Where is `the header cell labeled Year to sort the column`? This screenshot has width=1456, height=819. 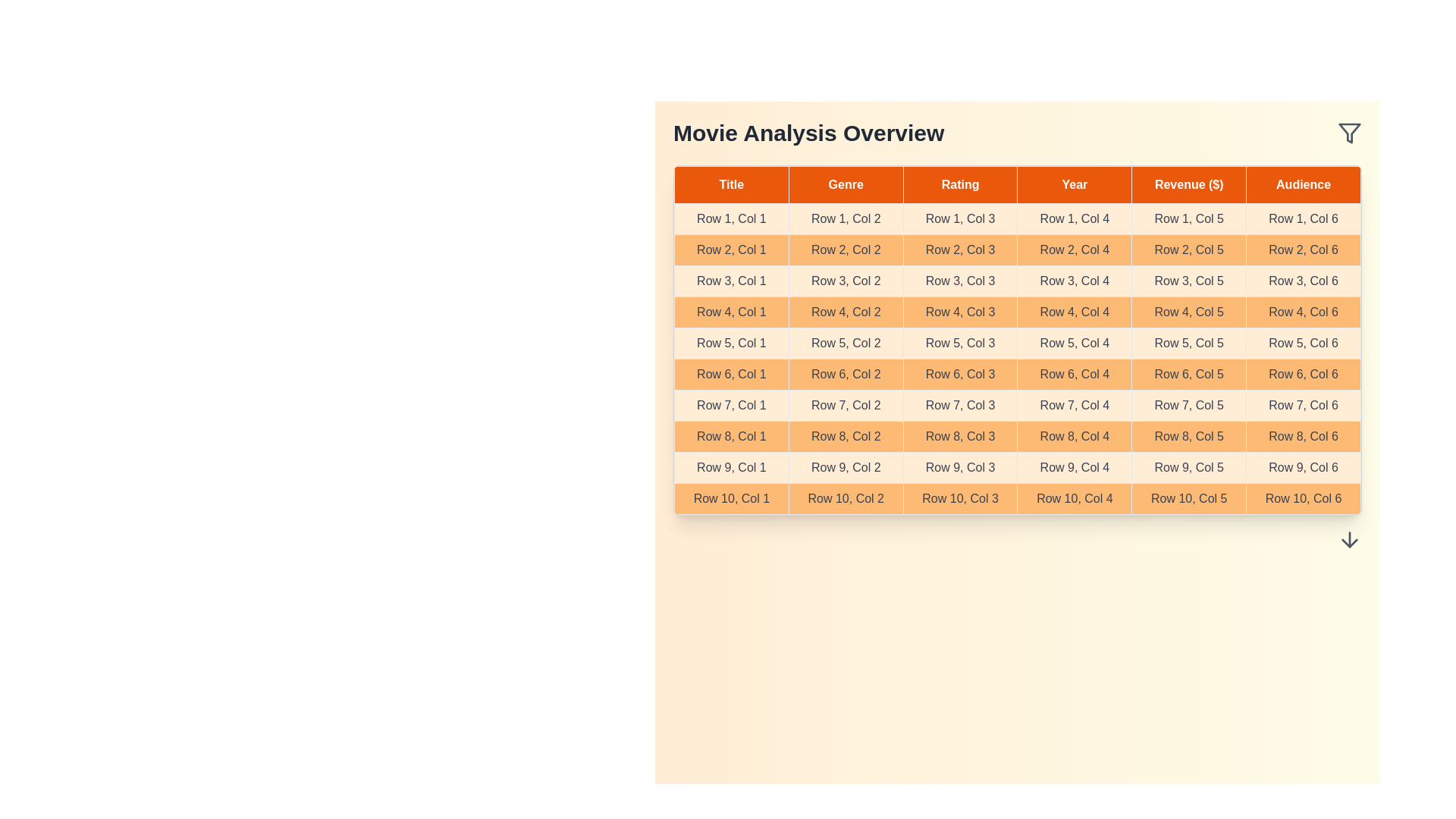
the header cell labeled Year to sort the column is located at coordinates (1074, 184).